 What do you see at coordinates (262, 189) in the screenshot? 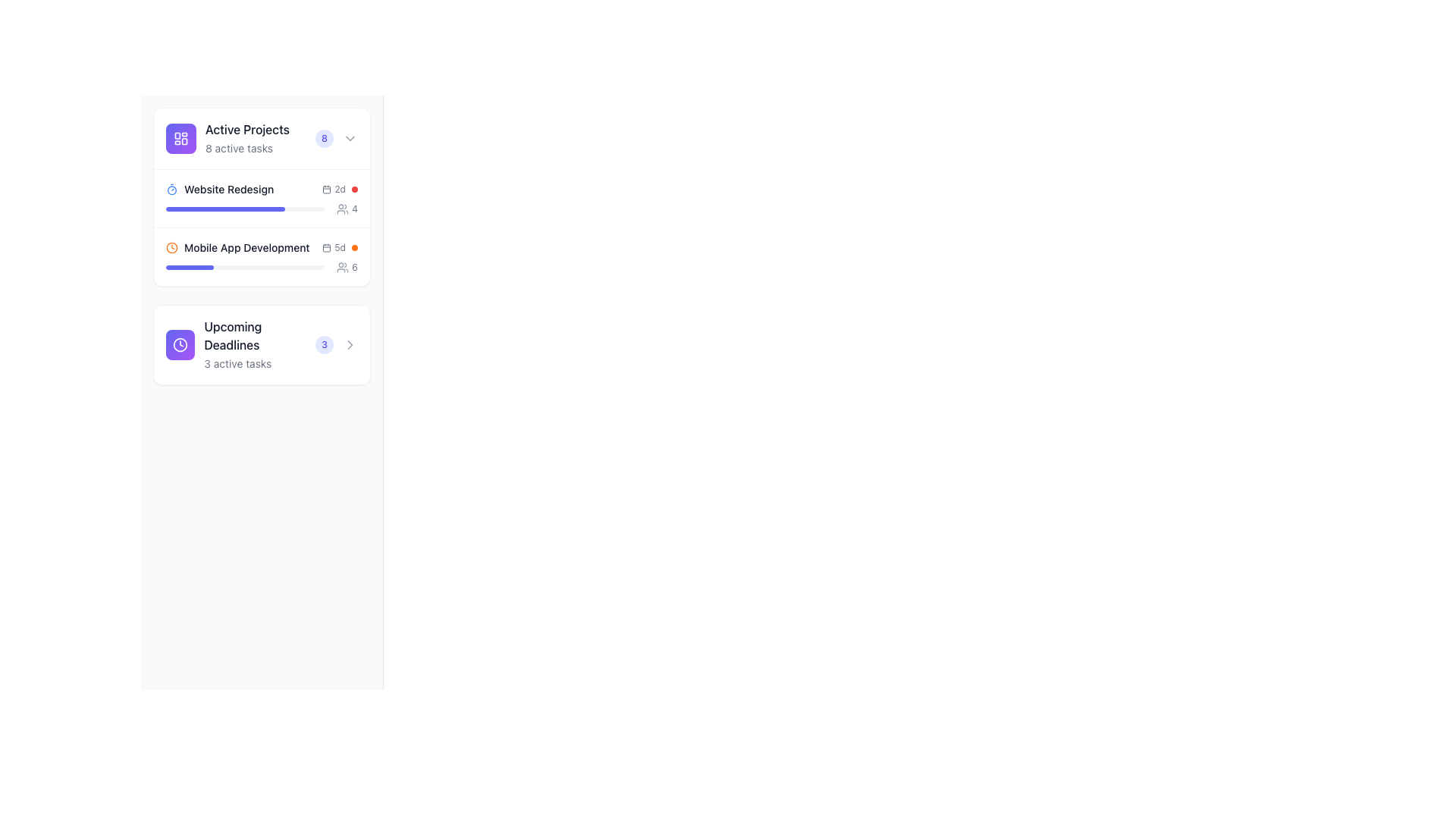
I see `the 'Website Redesign' task element, which features the text 'Website Redesign' and a small calendar icon indicating '2d', located under 'Active Projects'` at bounding box center [262, 189].